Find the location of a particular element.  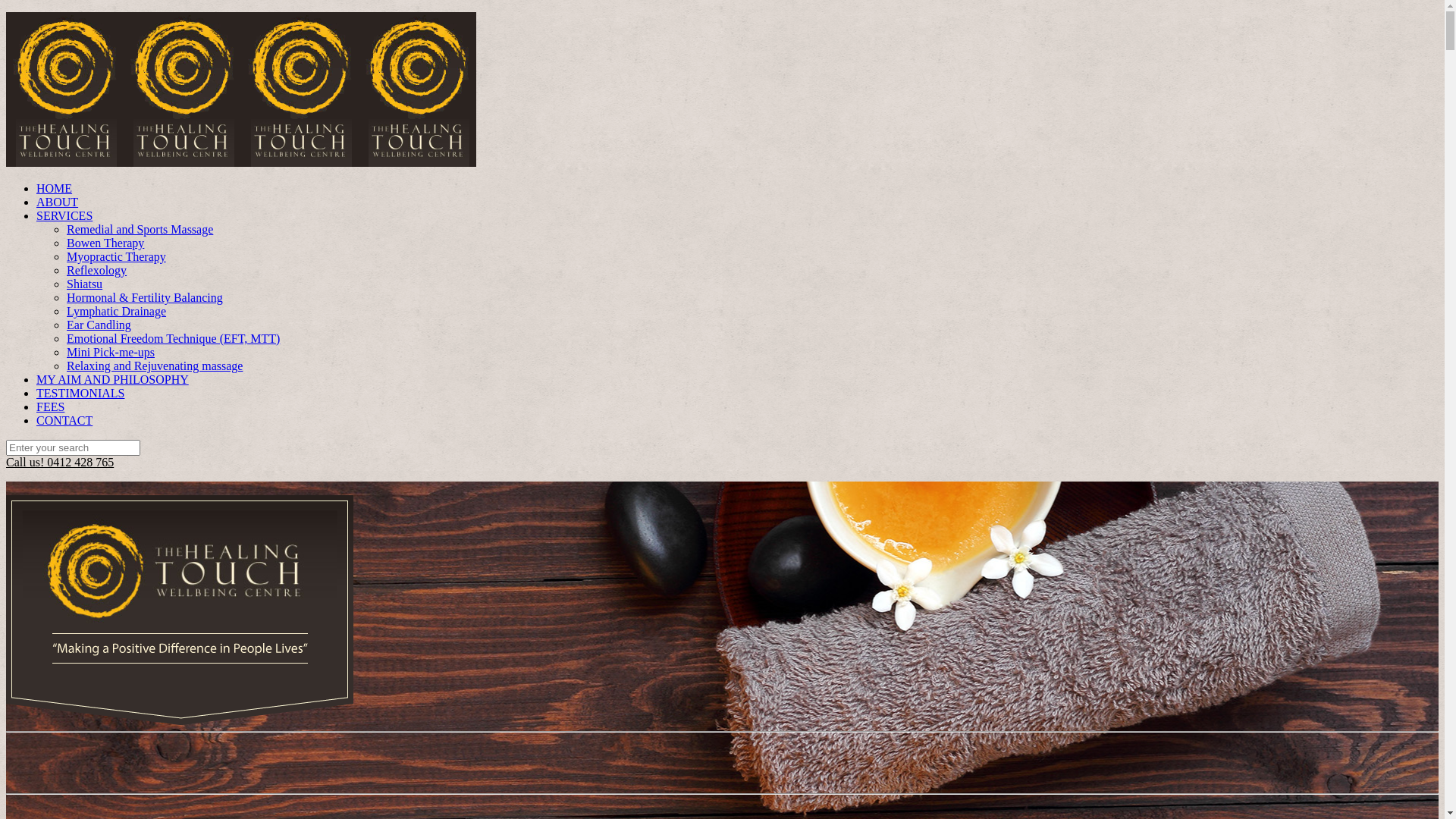

'Hormonal & Fertility Balancing' is located at coordinates (65, 297).